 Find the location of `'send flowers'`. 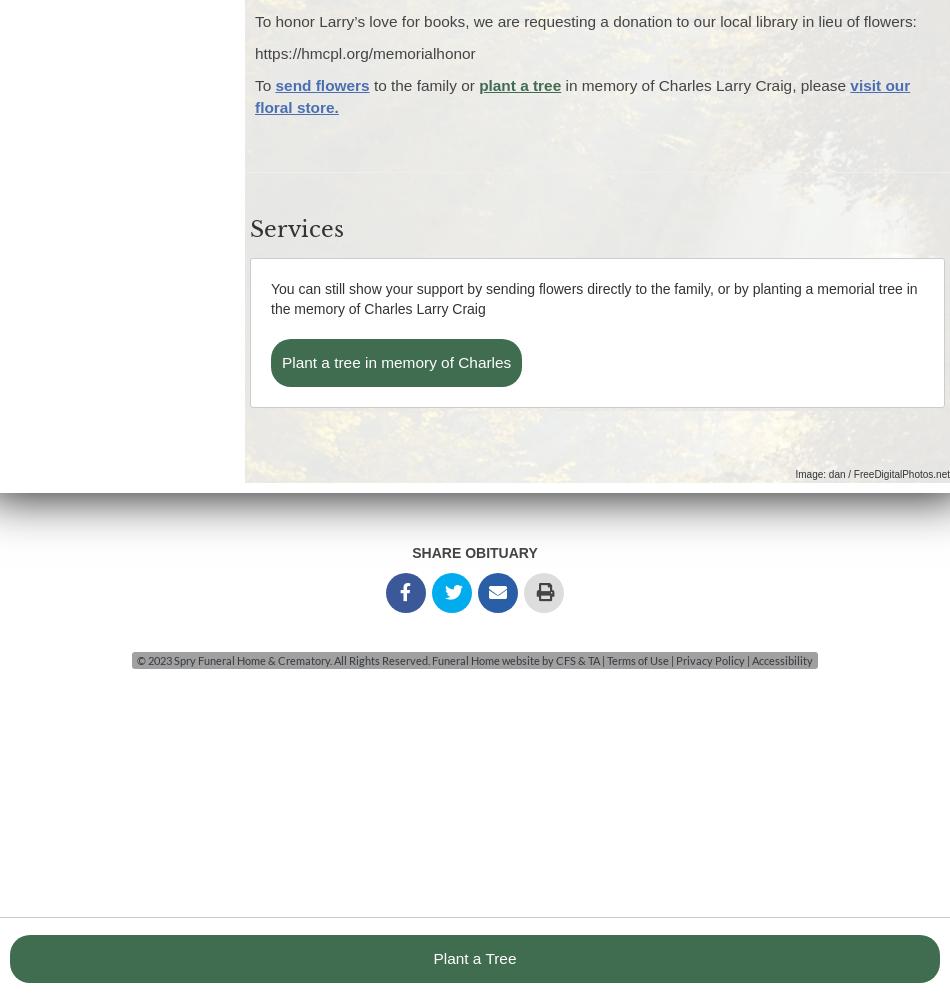

'send flowers' is located at coordinates (320, 84).